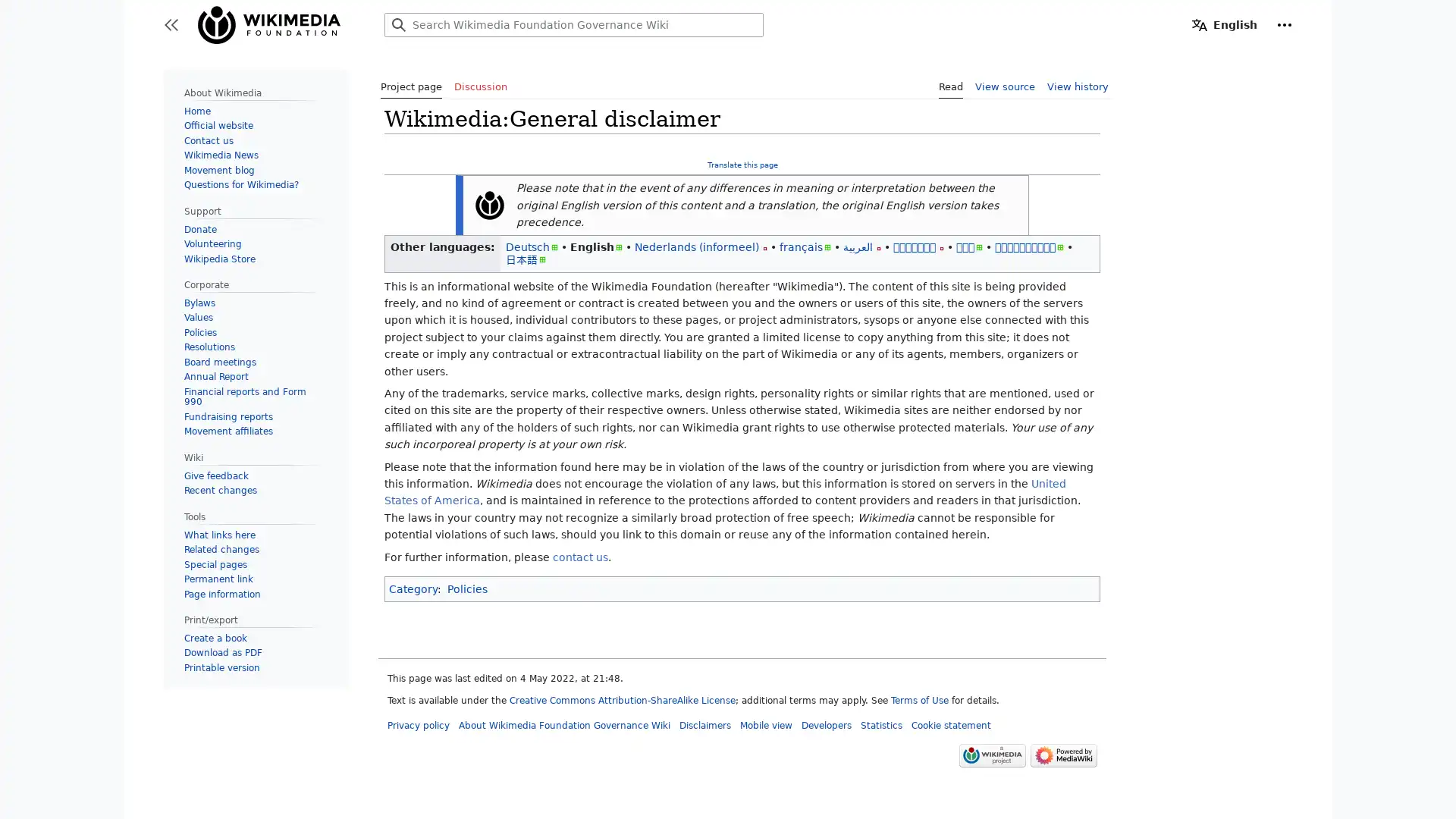 This screenshot has height=819, width=1456. I want to click on Go, so click(399, 25).